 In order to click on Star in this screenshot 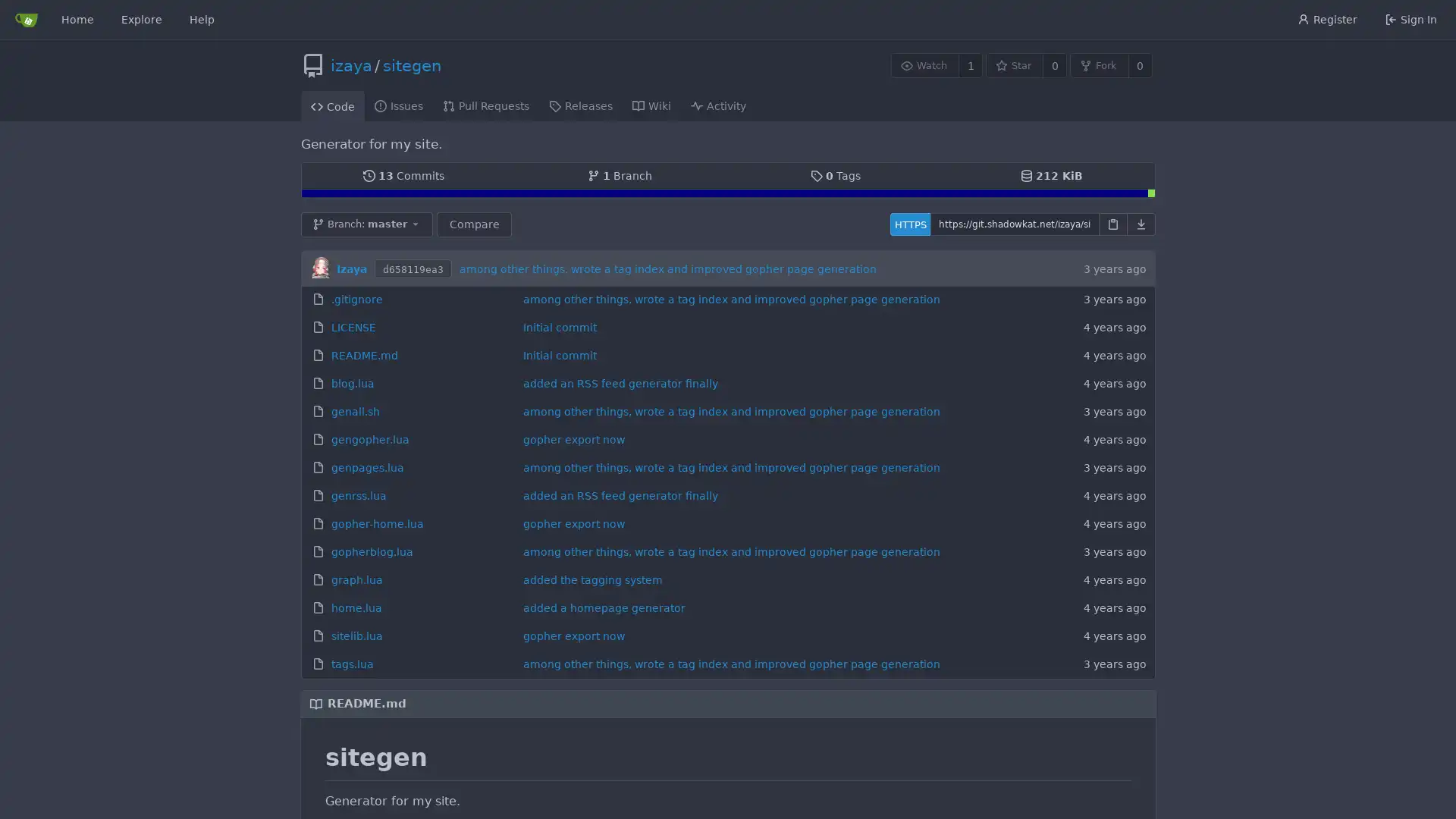, I will do `click(1014, 64)`.